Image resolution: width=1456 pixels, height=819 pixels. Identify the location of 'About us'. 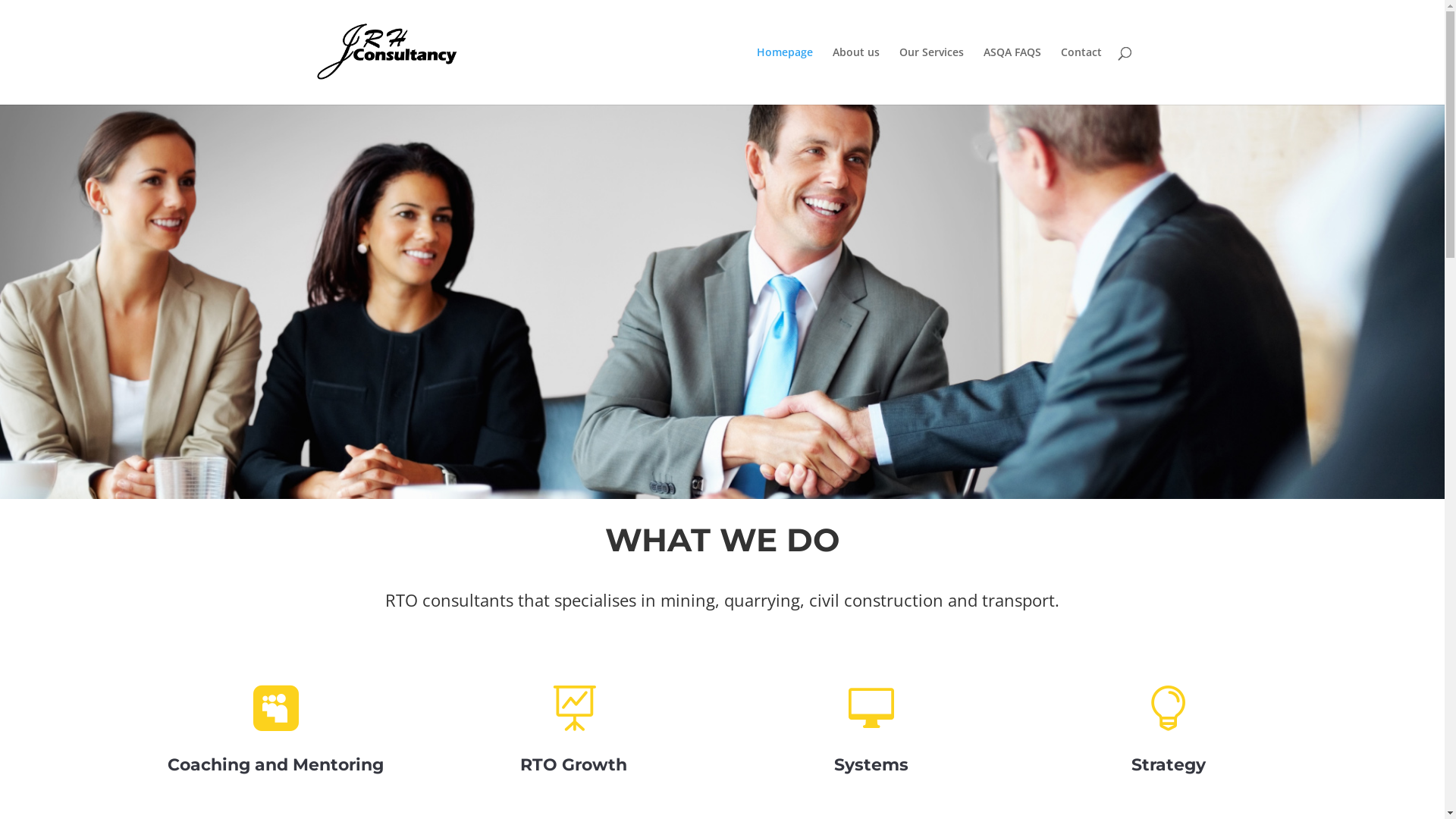
(855, 76).